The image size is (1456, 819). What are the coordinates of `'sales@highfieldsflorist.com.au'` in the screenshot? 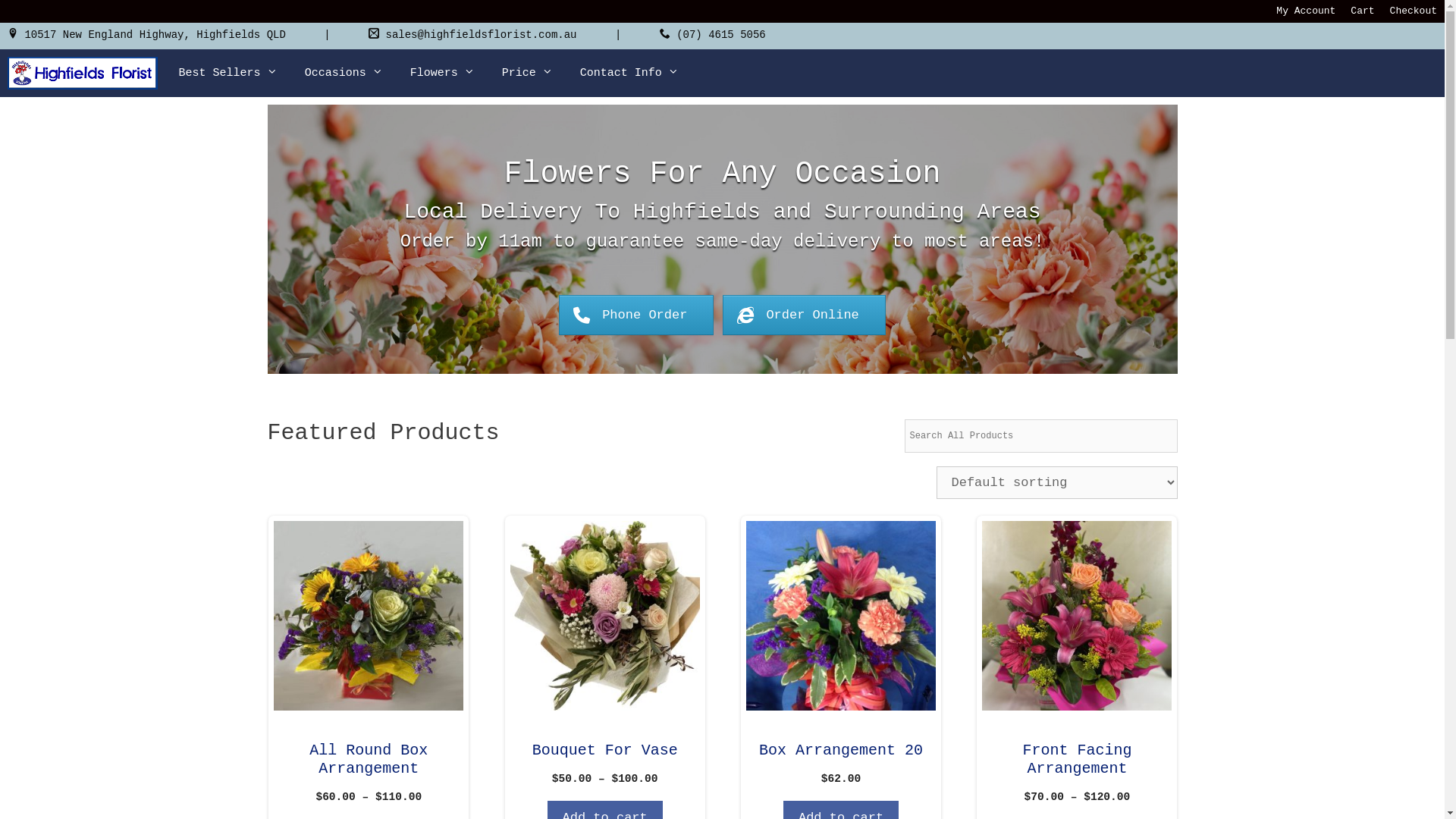 It's located at (479, 34).